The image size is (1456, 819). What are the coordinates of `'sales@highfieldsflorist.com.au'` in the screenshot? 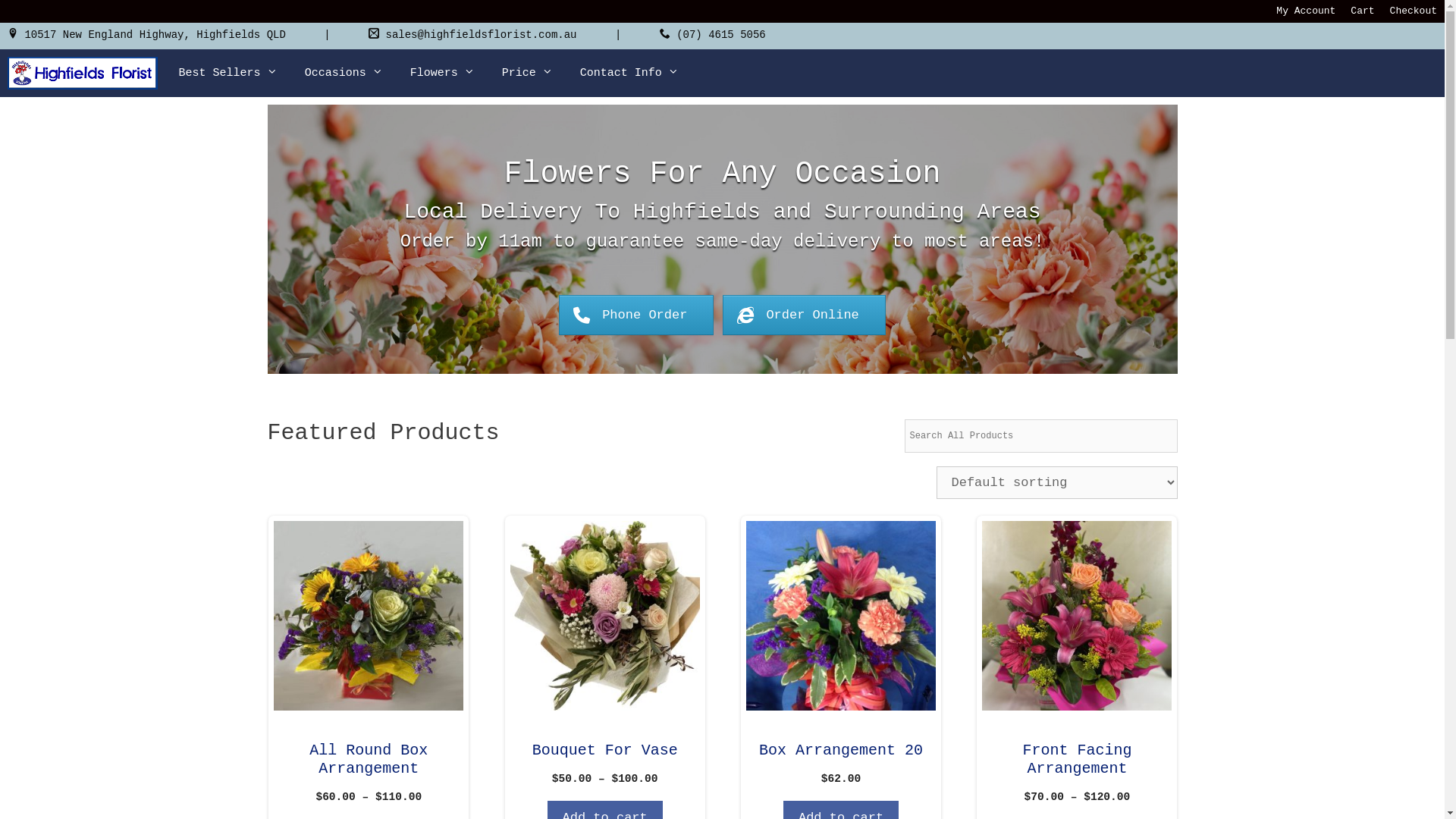 It's located at (479, 34).